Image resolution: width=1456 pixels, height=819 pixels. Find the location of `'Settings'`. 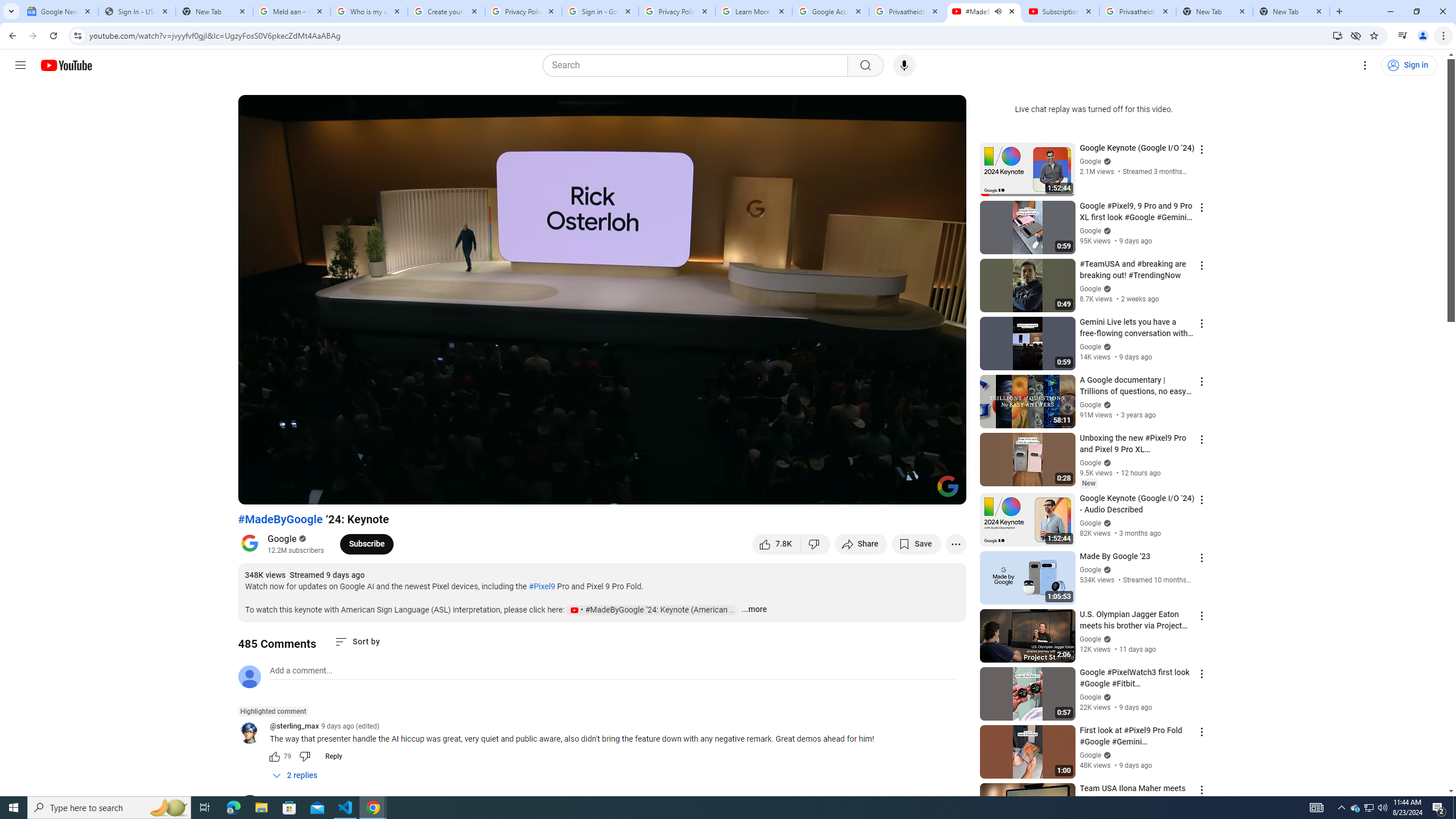

'Settings' is located at coordinates (1366, 65).